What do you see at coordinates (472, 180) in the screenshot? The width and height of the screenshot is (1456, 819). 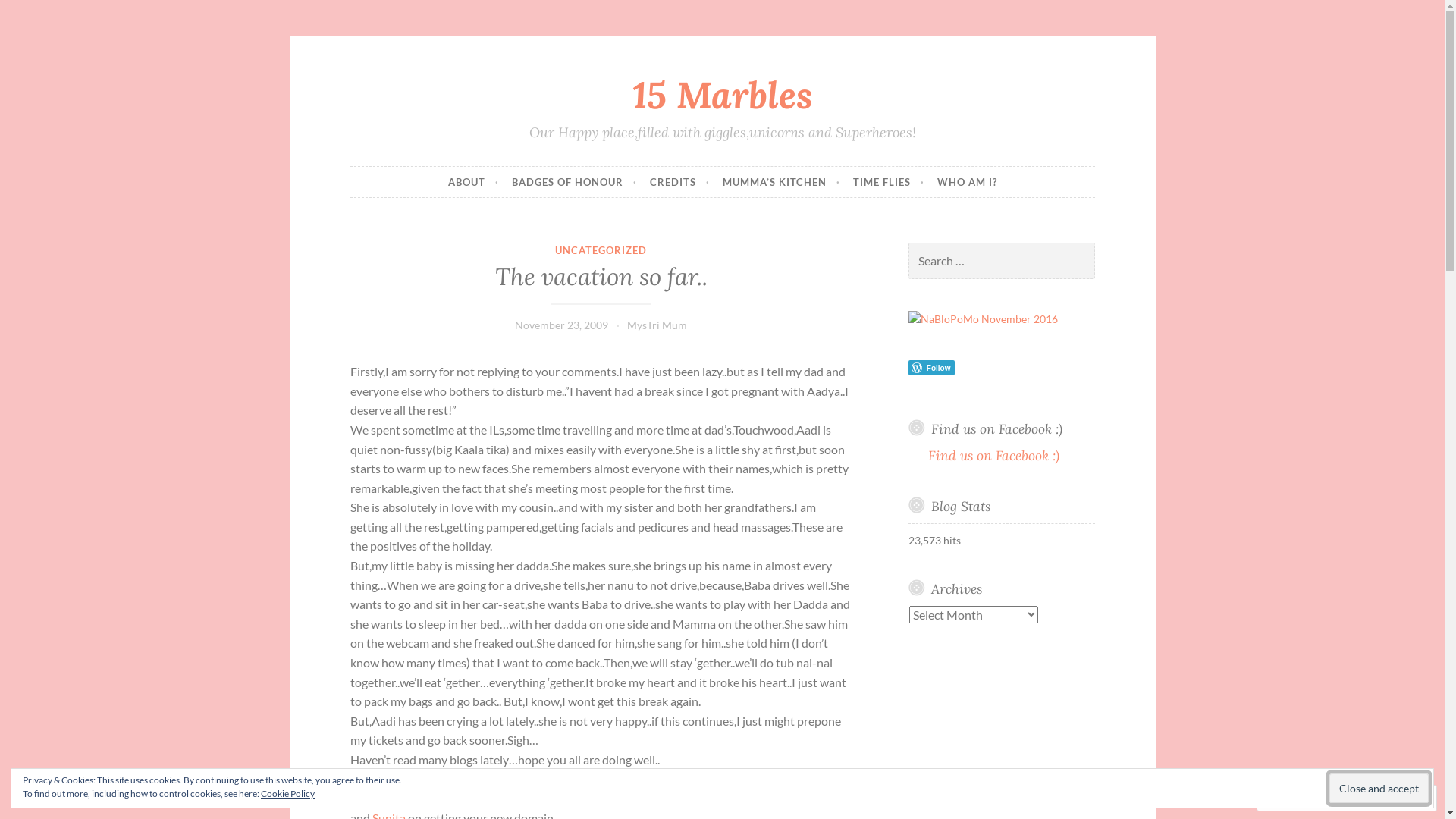 I see `'ABOUT'` at bounding box center [472, 180].